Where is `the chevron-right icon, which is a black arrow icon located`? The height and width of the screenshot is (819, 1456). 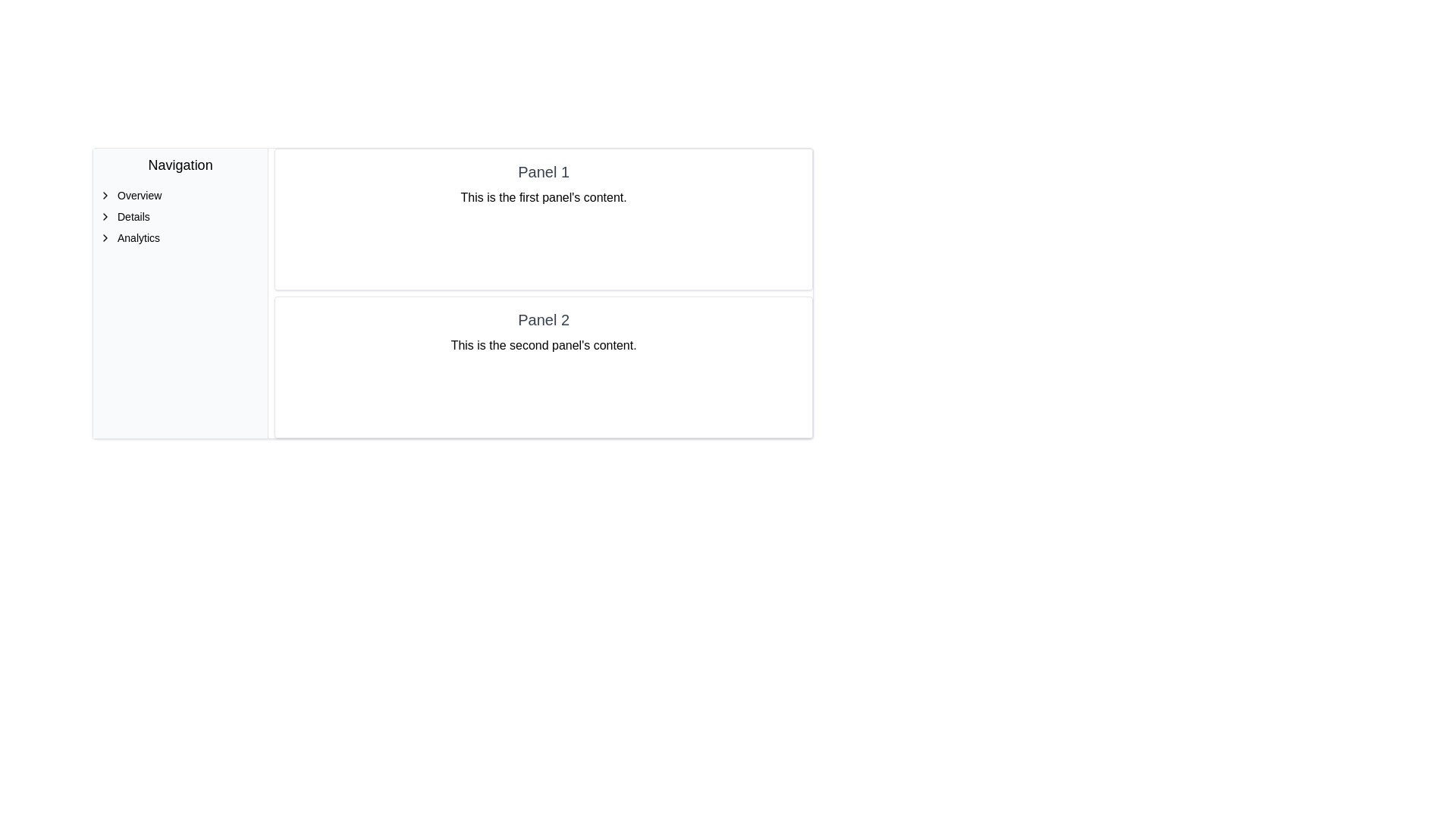 the chevron-right icon, which is a black arrow icon located is located at coordinates (105, 216).